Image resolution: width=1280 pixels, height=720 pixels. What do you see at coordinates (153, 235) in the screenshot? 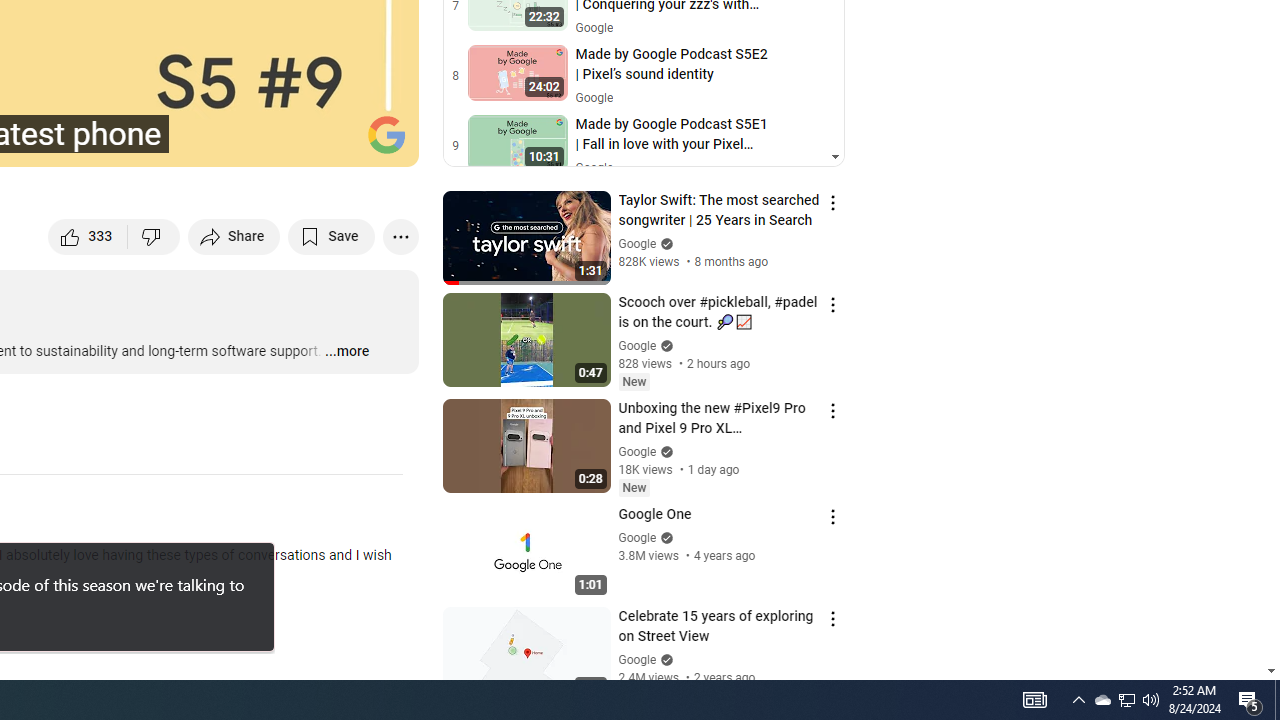
I see `'Dislike this video'` at bounding box center [153, 235].